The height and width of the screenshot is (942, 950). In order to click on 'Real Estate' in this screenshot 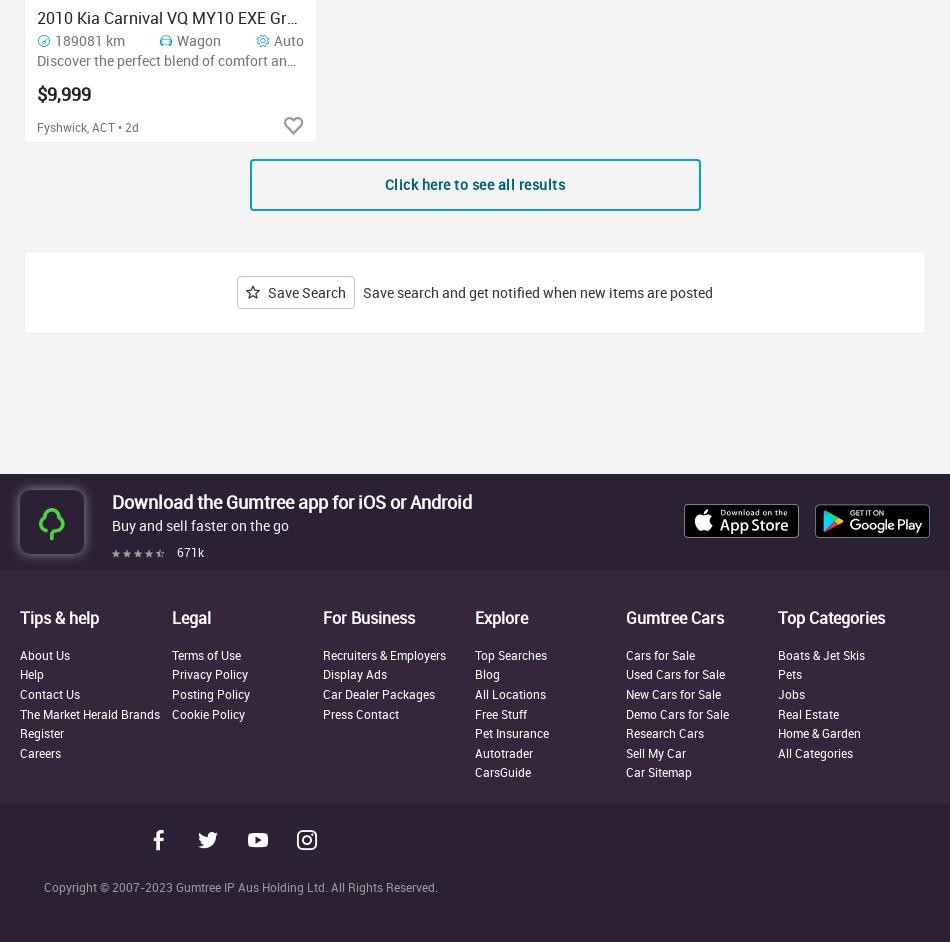, I will do `click(806, 711)`.